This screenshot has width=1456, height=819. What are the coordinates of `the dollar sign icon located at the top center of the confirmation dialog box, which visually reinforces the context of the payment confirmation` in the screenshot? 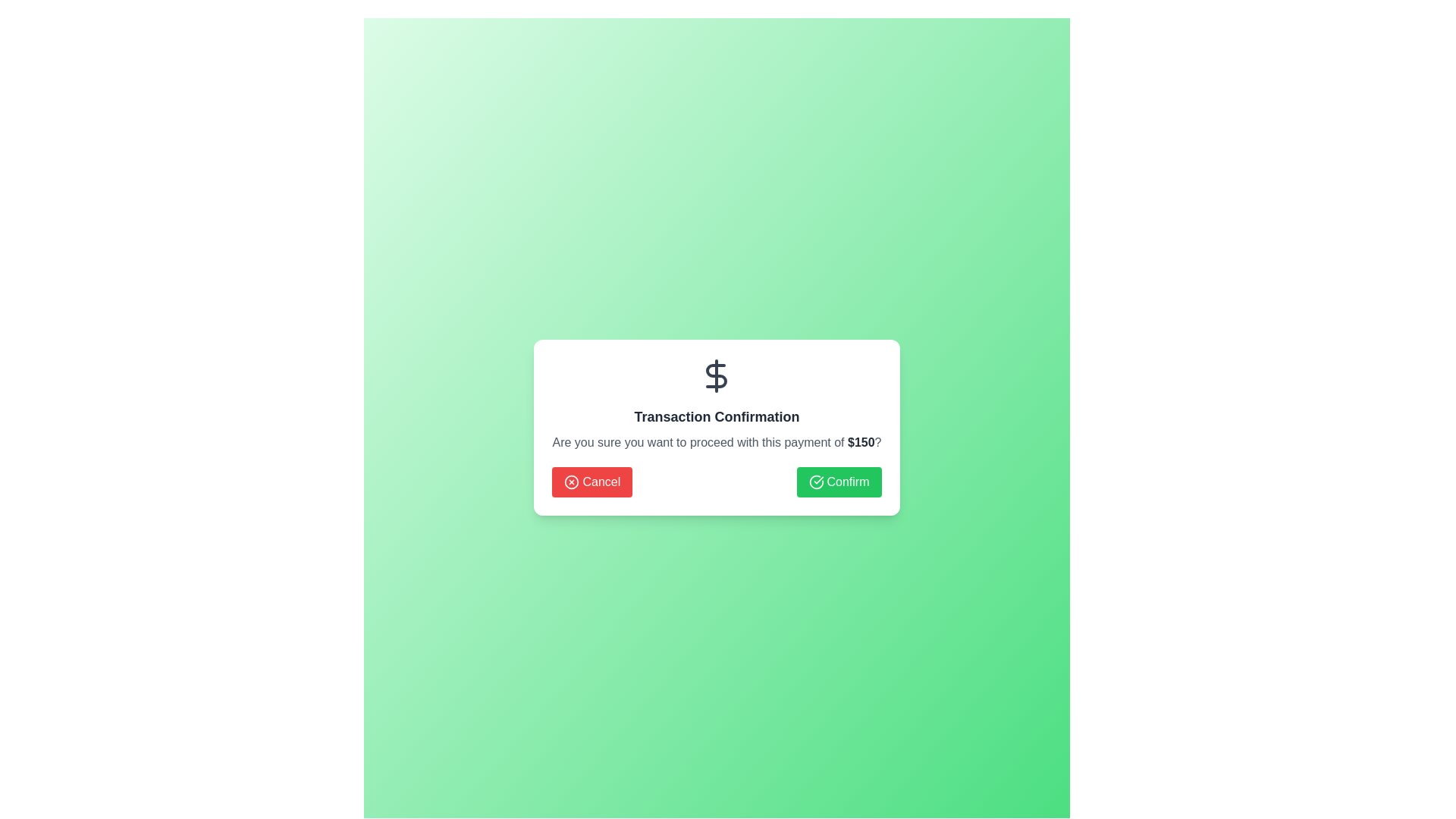 It's located at (716, 375).